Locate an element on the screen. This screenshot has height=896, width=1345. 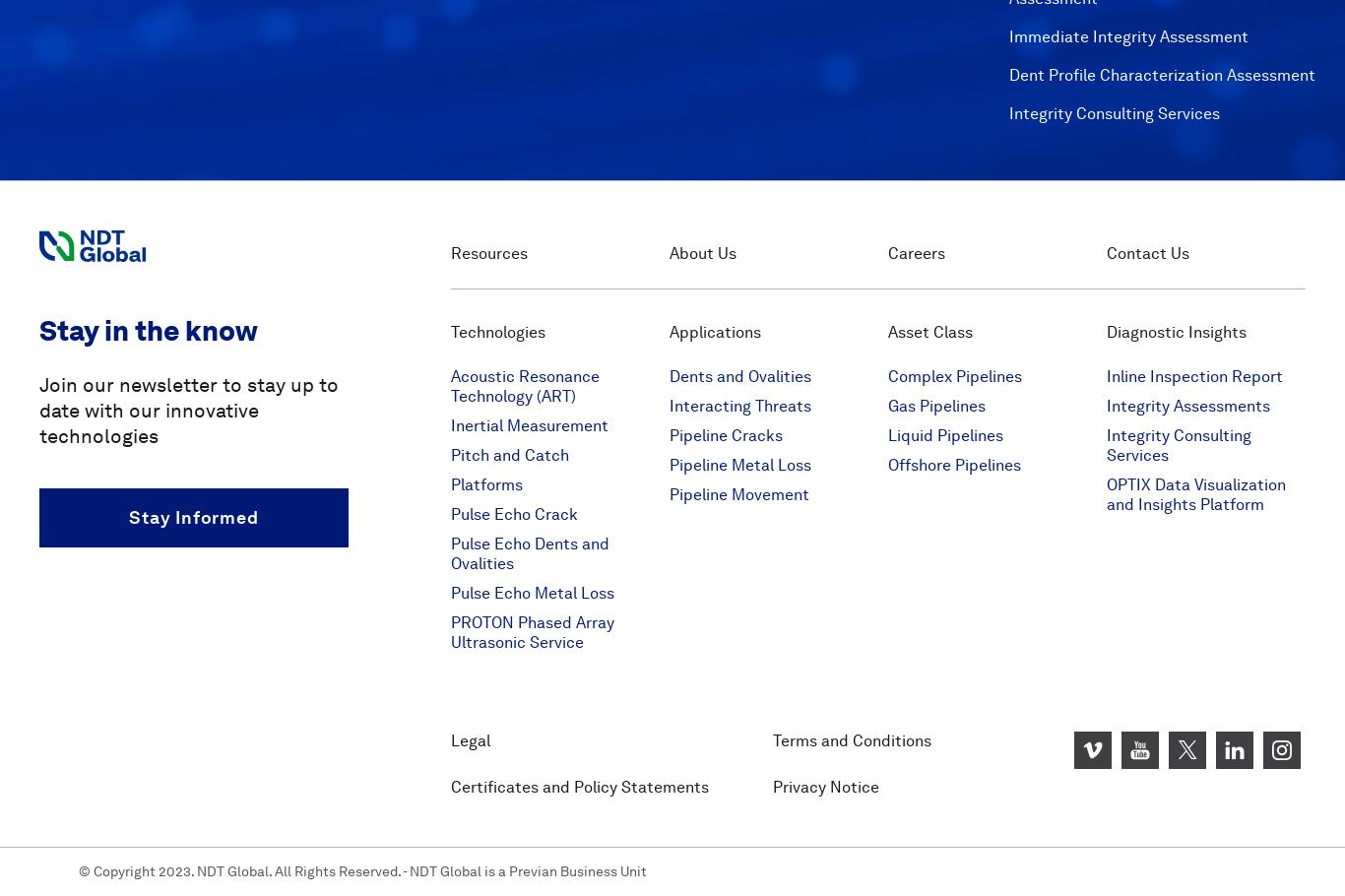
'Careers' is located at coordinates (917, 252).